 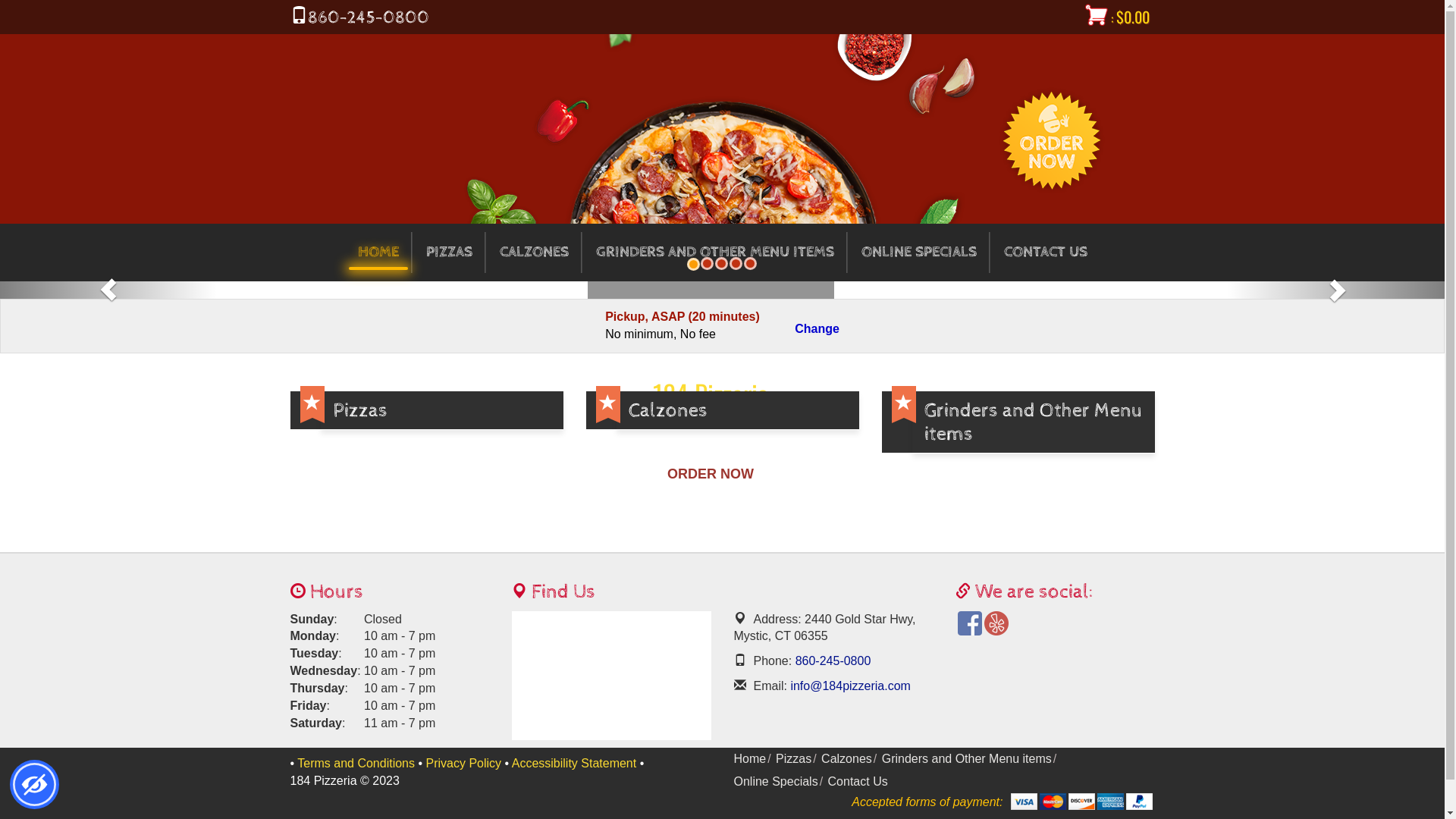 What do you see at coordinates (714, 251) in the screenshot?
I see `'GRINDERS AND OTHER MENU ITEMS'` at bounding box center [714, 251].